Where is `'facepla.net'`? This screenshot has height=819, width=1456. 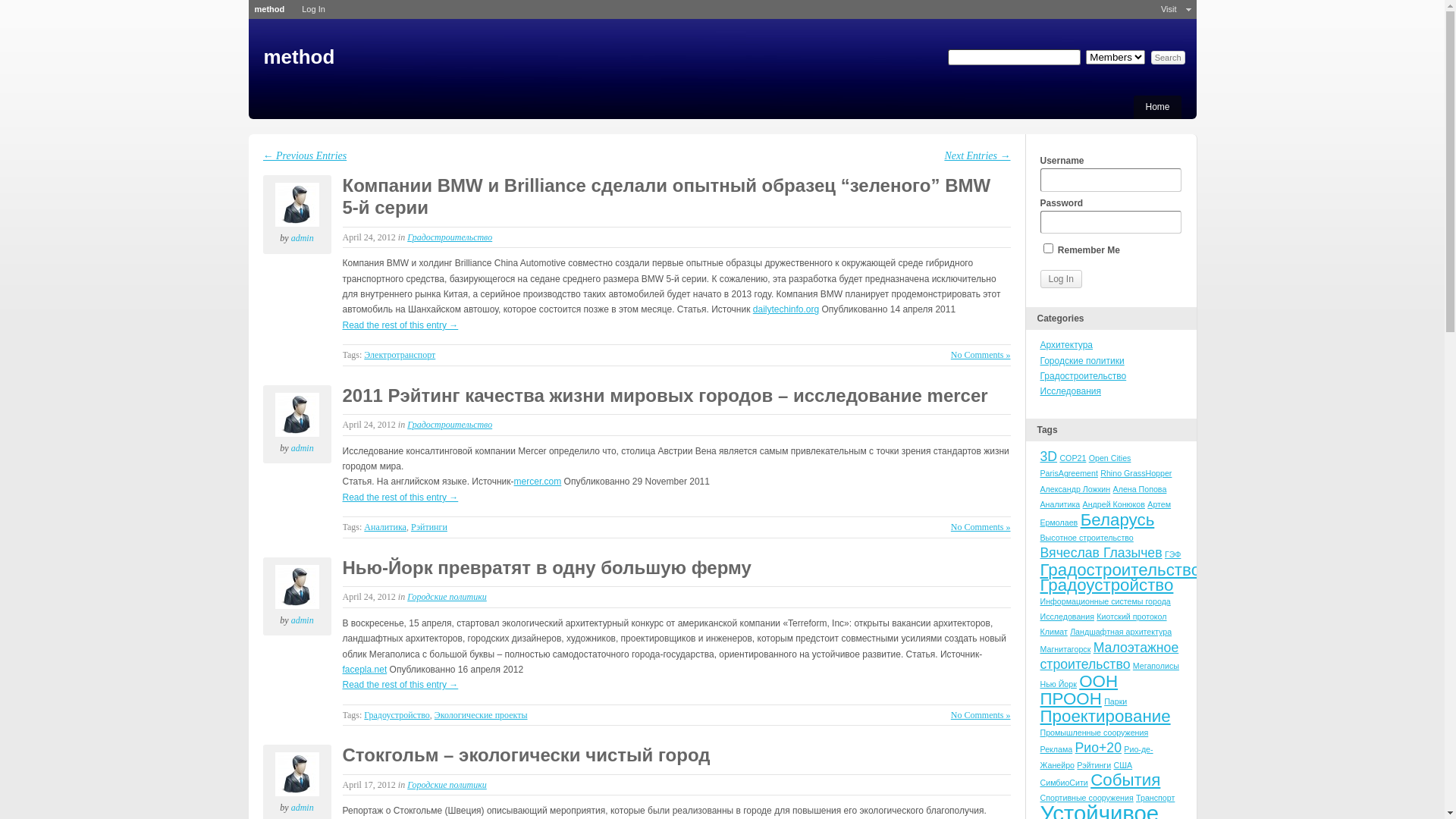
'facepla.net' is located at coordinates (365, 669).